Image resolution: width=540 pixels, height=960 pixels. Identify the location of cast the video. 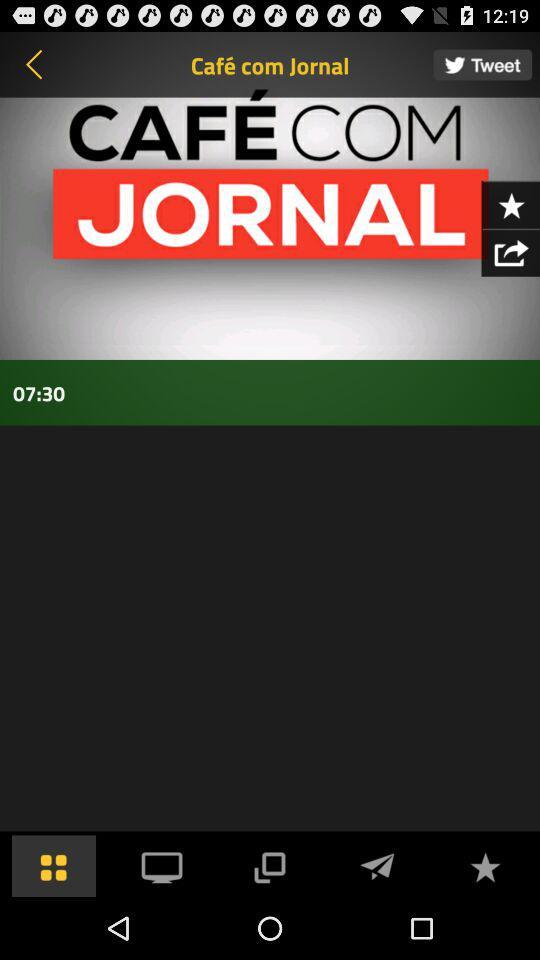
(269, 864).